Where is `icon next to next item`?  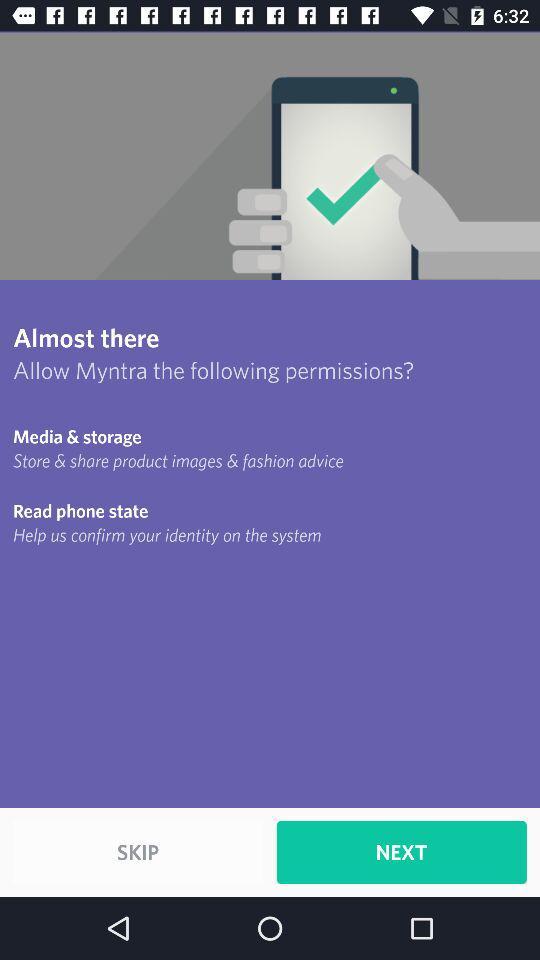 icon next to next item is located at coordinates (137, 851).